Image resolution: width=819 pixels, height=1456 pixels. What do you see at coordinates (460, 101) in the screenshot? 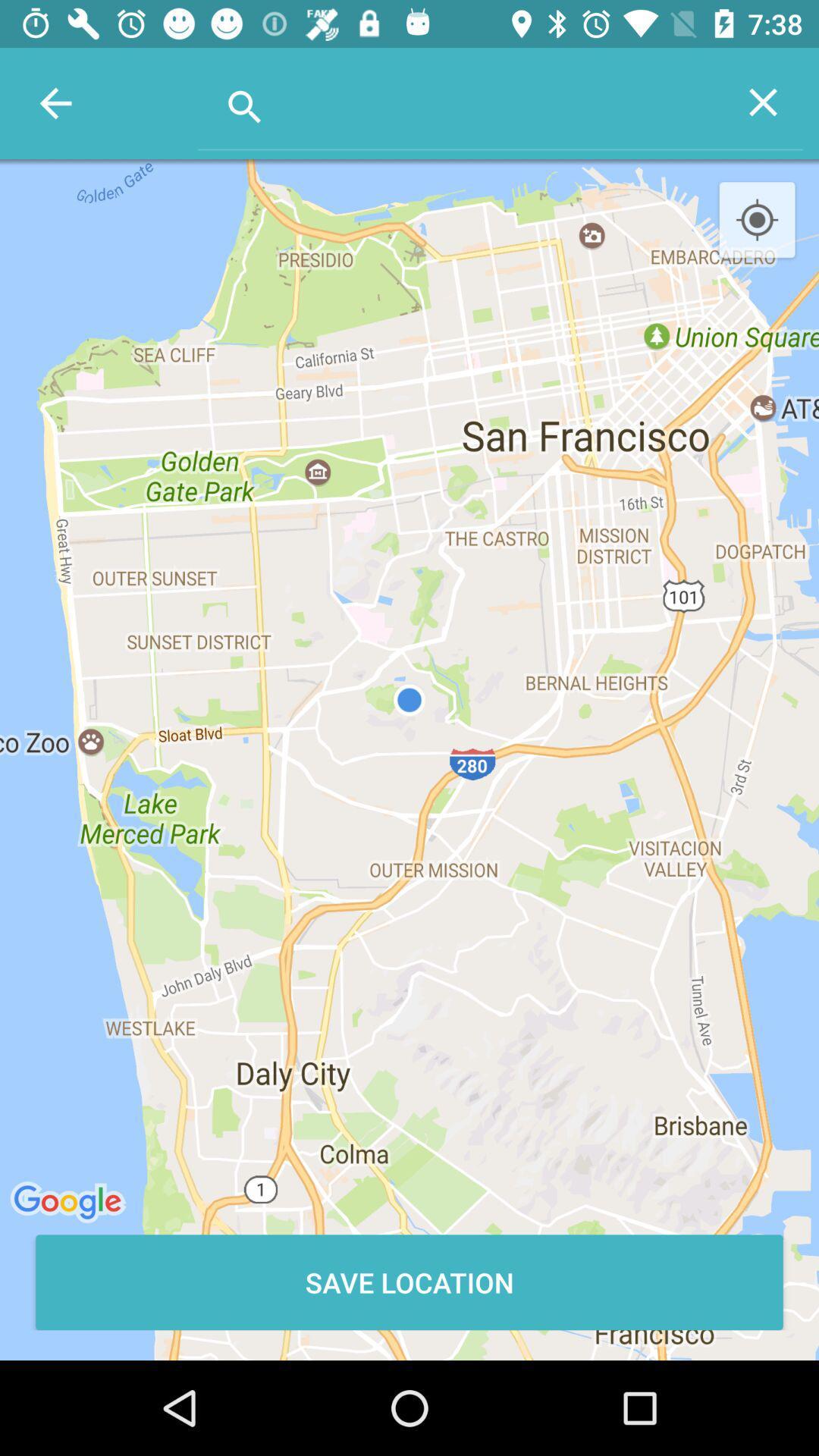
I see `type in search seciton` at bounding box center [460, 101].